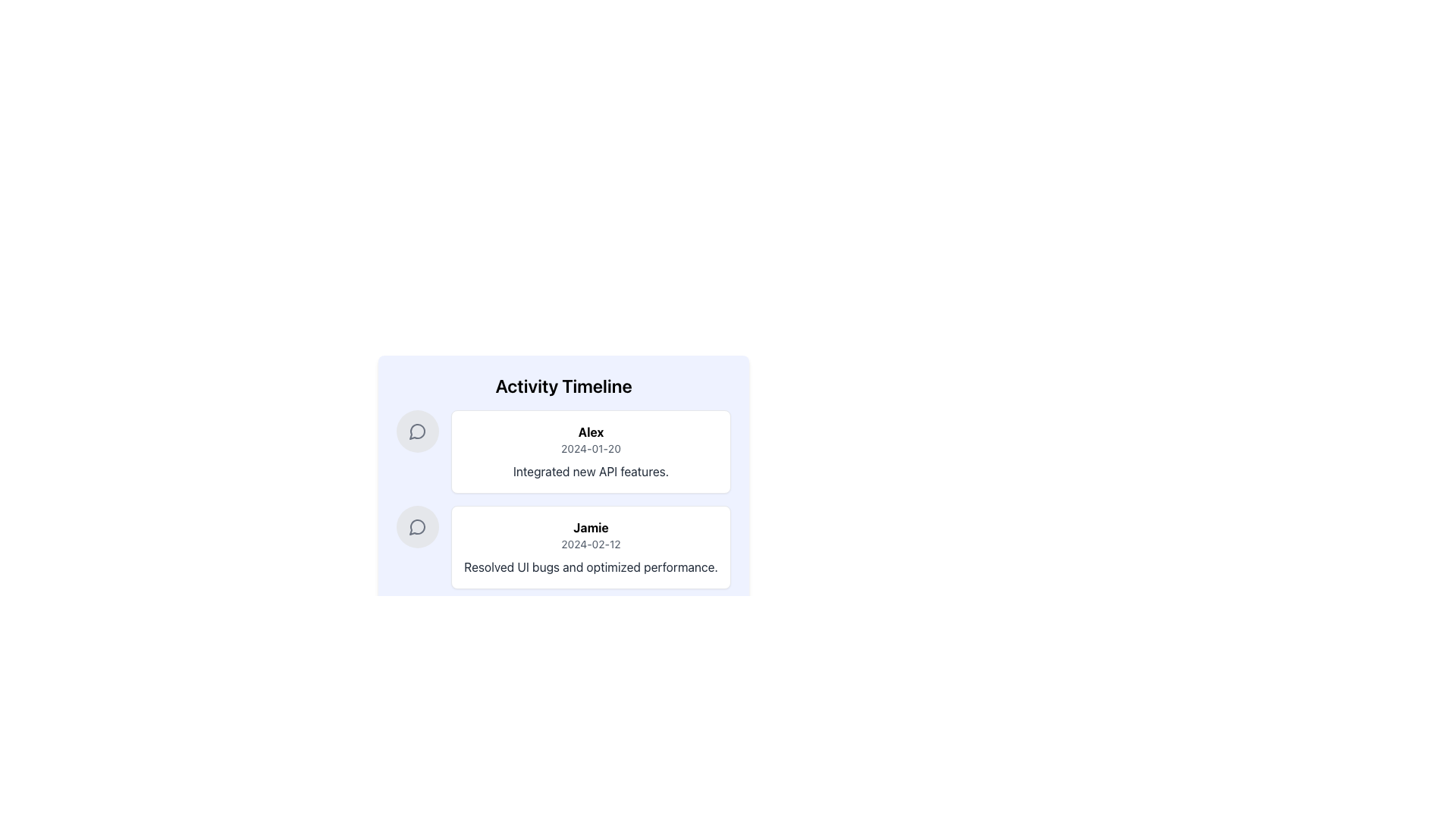 This screenshot has height=819, width=1456. I want to click on text element 'Activity Timeline' which is styled with a bold and larger font size, located at the top of the 'Activity Timeline' section on a light indigo background, so click(563, 385).